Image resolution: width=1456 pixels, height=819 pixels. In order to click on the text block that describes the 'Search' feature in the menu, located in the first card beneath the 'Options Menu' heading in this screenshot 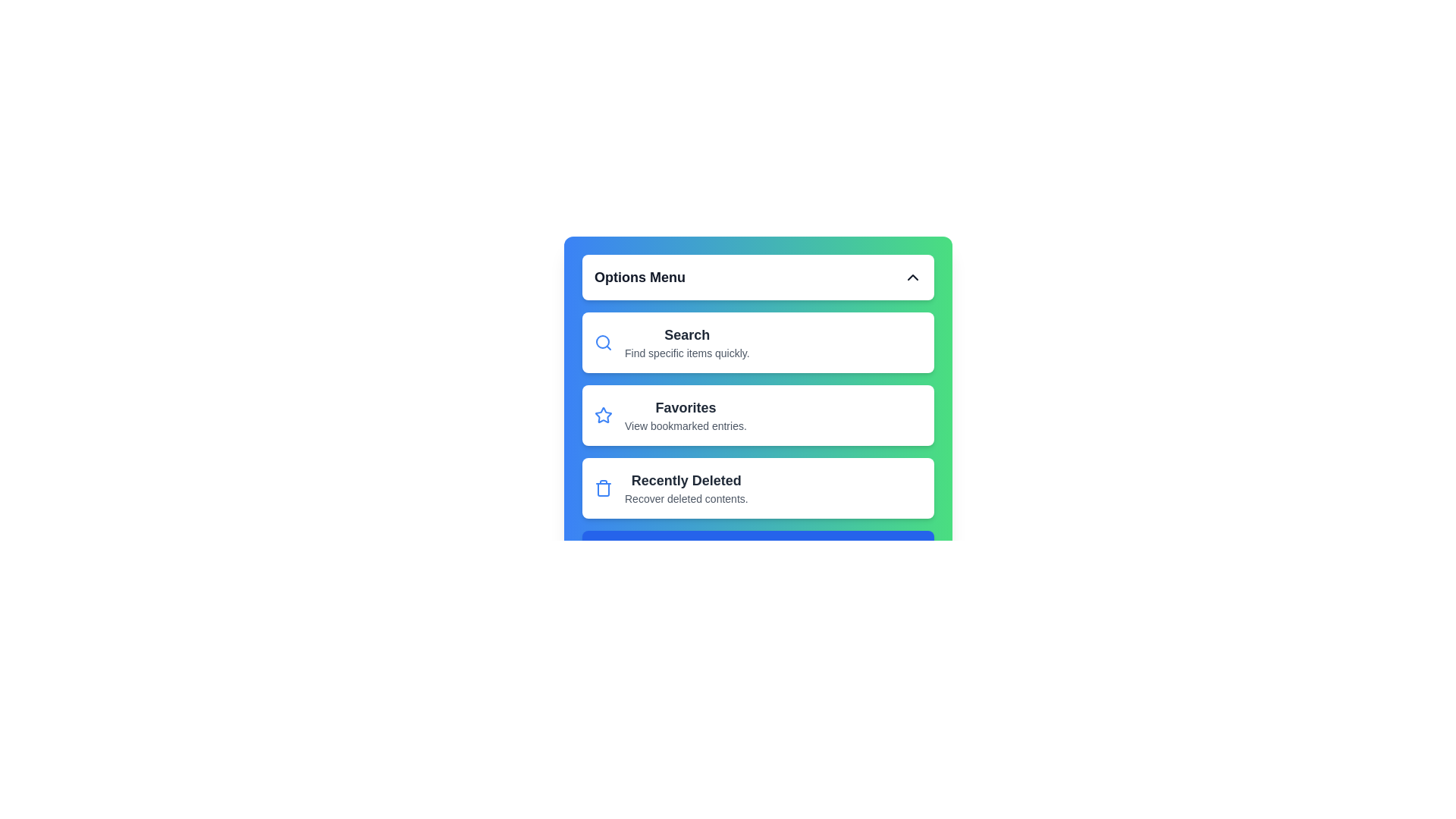, I will do `click(686, 342)`.